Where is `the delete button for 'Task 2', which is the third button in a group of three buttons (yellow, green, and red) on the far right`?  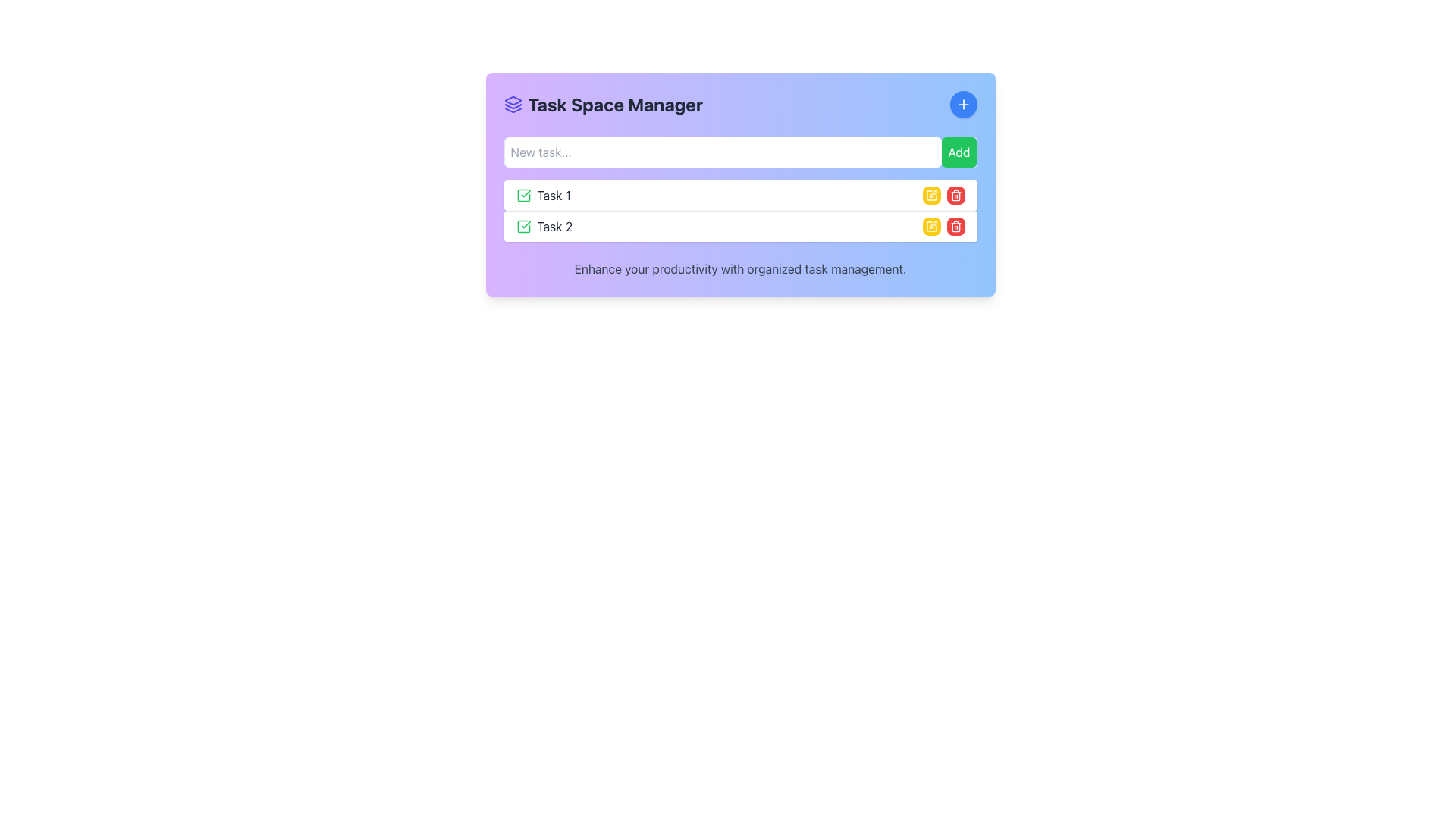
the delete button for 'Task 2', which is the third button in a group of three buttons (yellow, green, and red) on the far right is located at coordinates (955, 195).